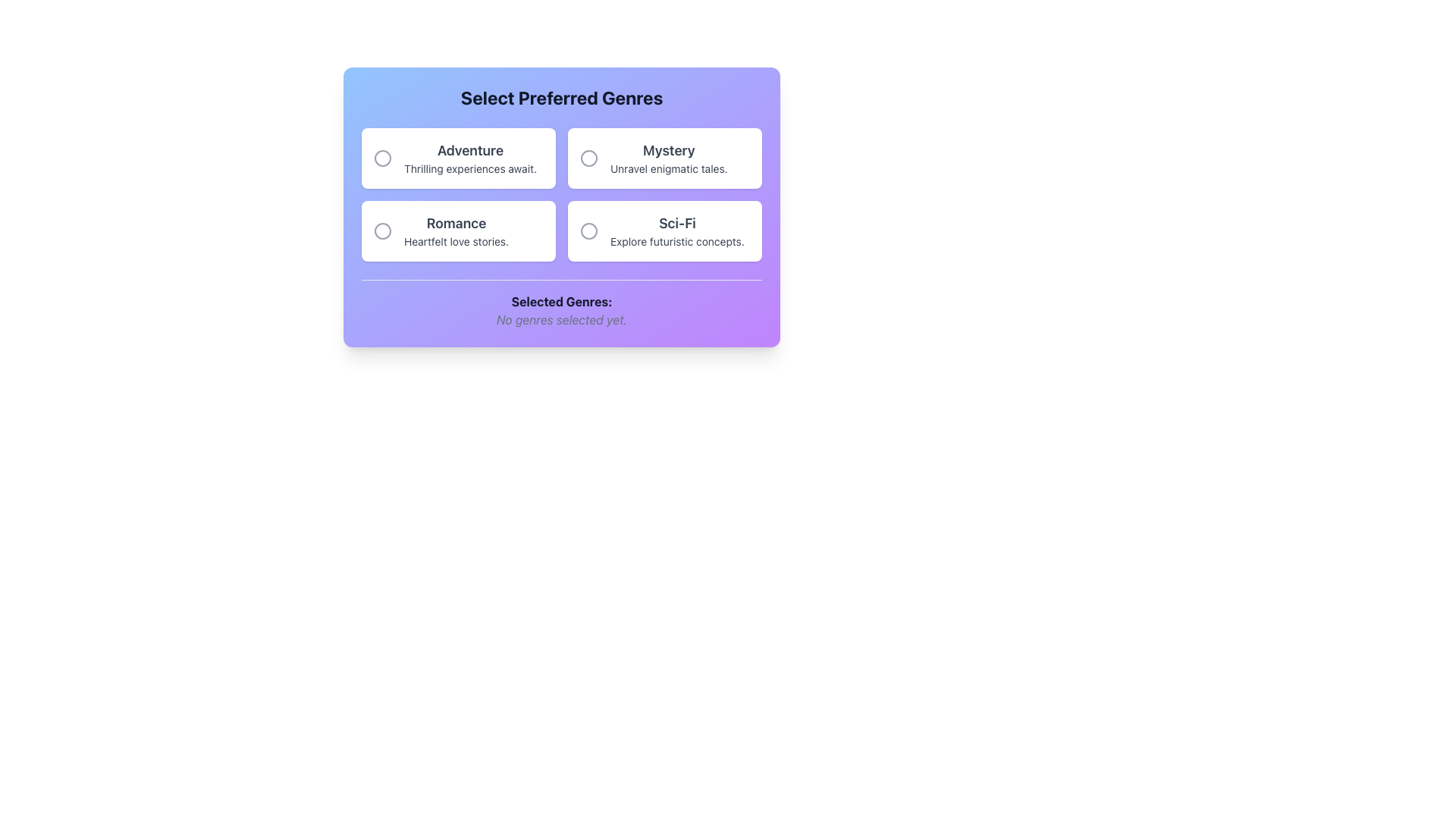 The height and width of the screenshot is (819, 1456). I want to click on bold text label that says 'Selected Genres:' located in the lower part of the interface above the informational text 'No genres selected yet.', so click(560, 301).